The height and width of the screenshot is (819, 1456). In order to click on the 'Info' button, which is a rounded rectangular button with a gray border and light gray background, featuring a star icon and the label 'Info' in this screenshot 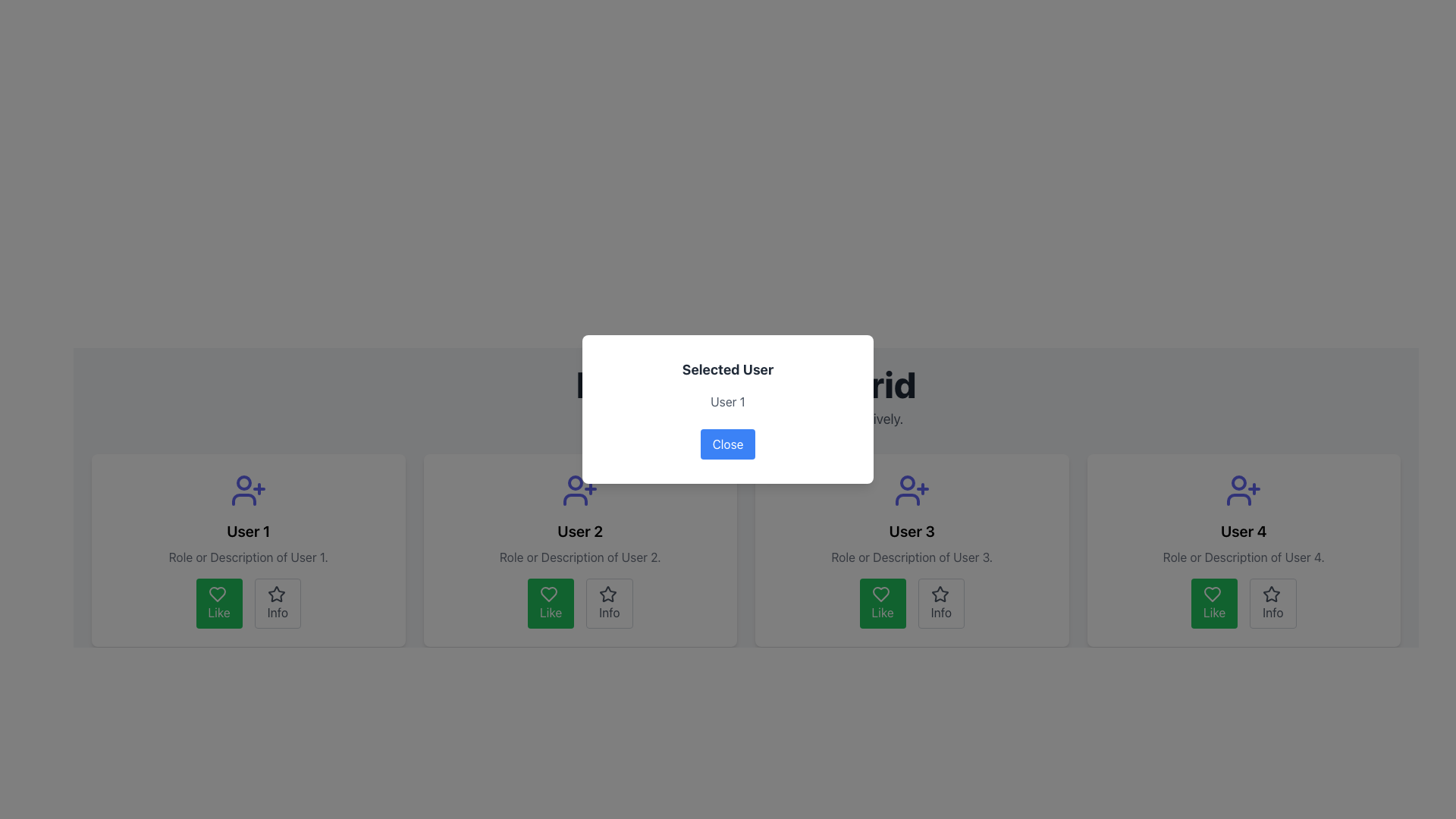, I will do `click(609, 602)`.